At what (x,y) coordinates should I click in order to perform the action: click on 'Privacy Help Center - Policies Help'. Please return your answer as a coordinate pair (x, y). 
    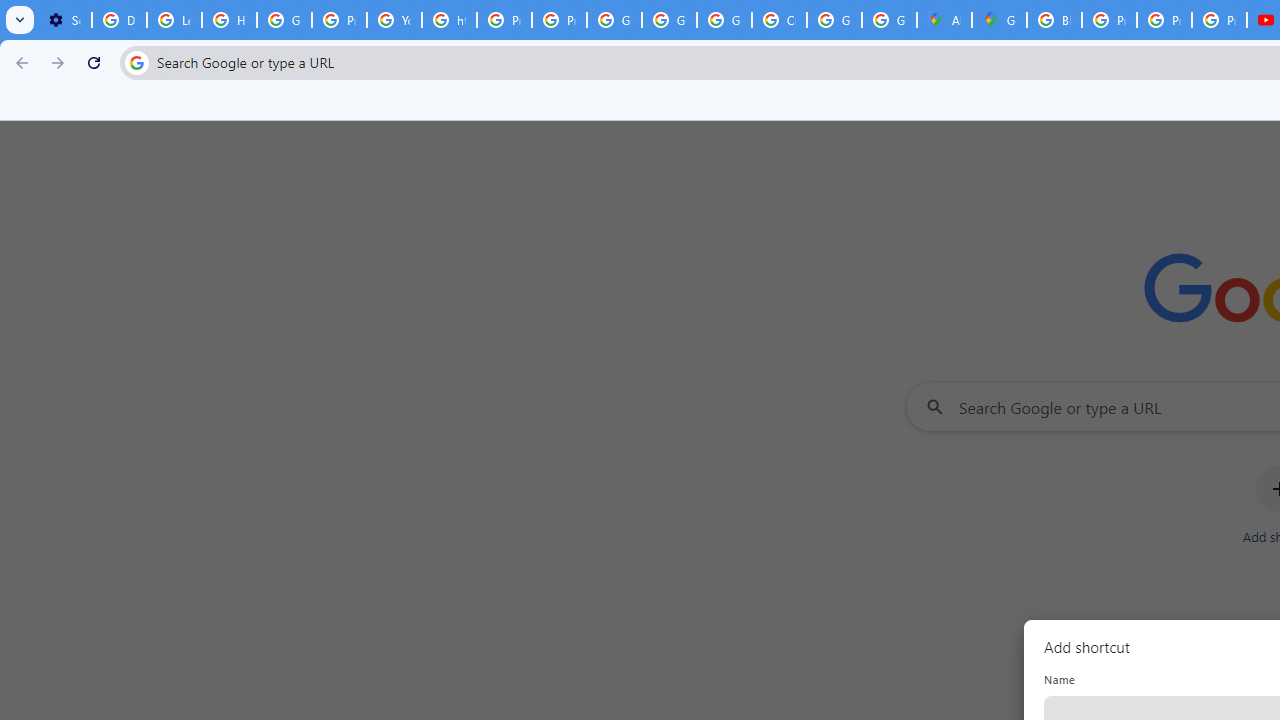
    Looking at the image, I should click on (1108, 20).